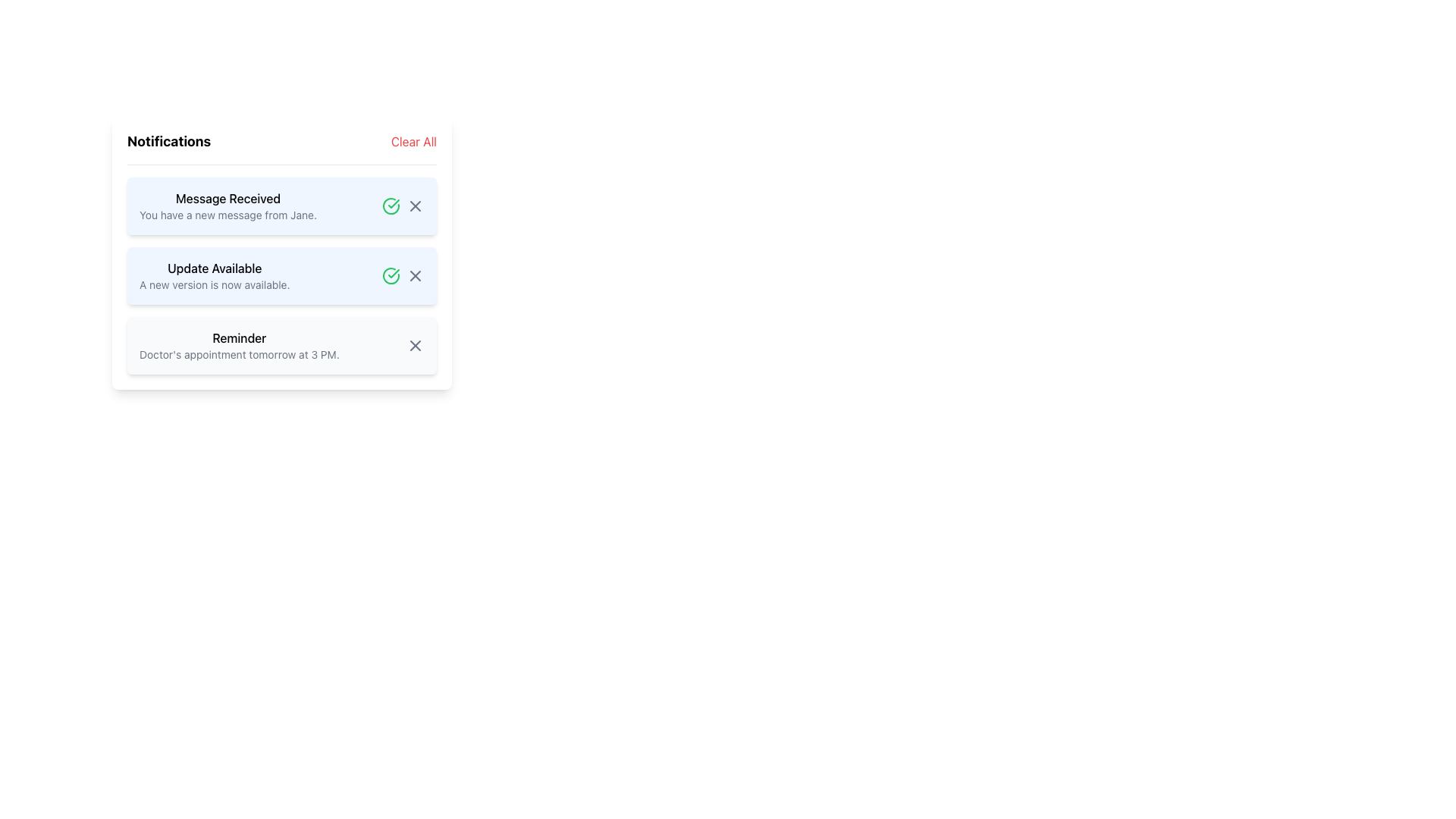  What do you see at coordinates (238, 337) in the screenshot?
I see `header text of the 'Reminder' notification card, which is located at the top of the card and identifies its purpose` at bounding box center [238, 337].